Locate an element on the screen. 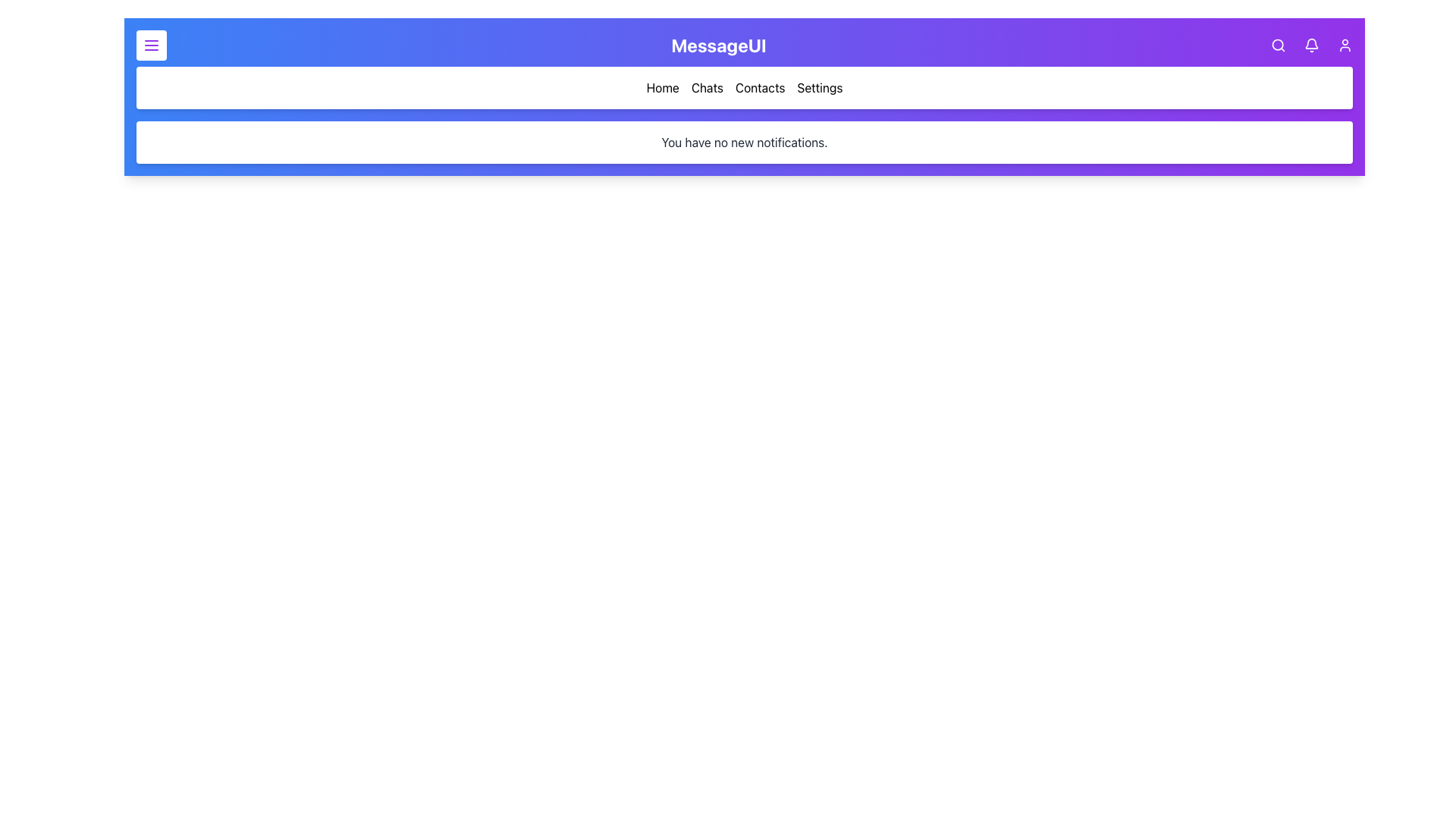  the 'Chats' navigation link is located at coordinates (705, 87).